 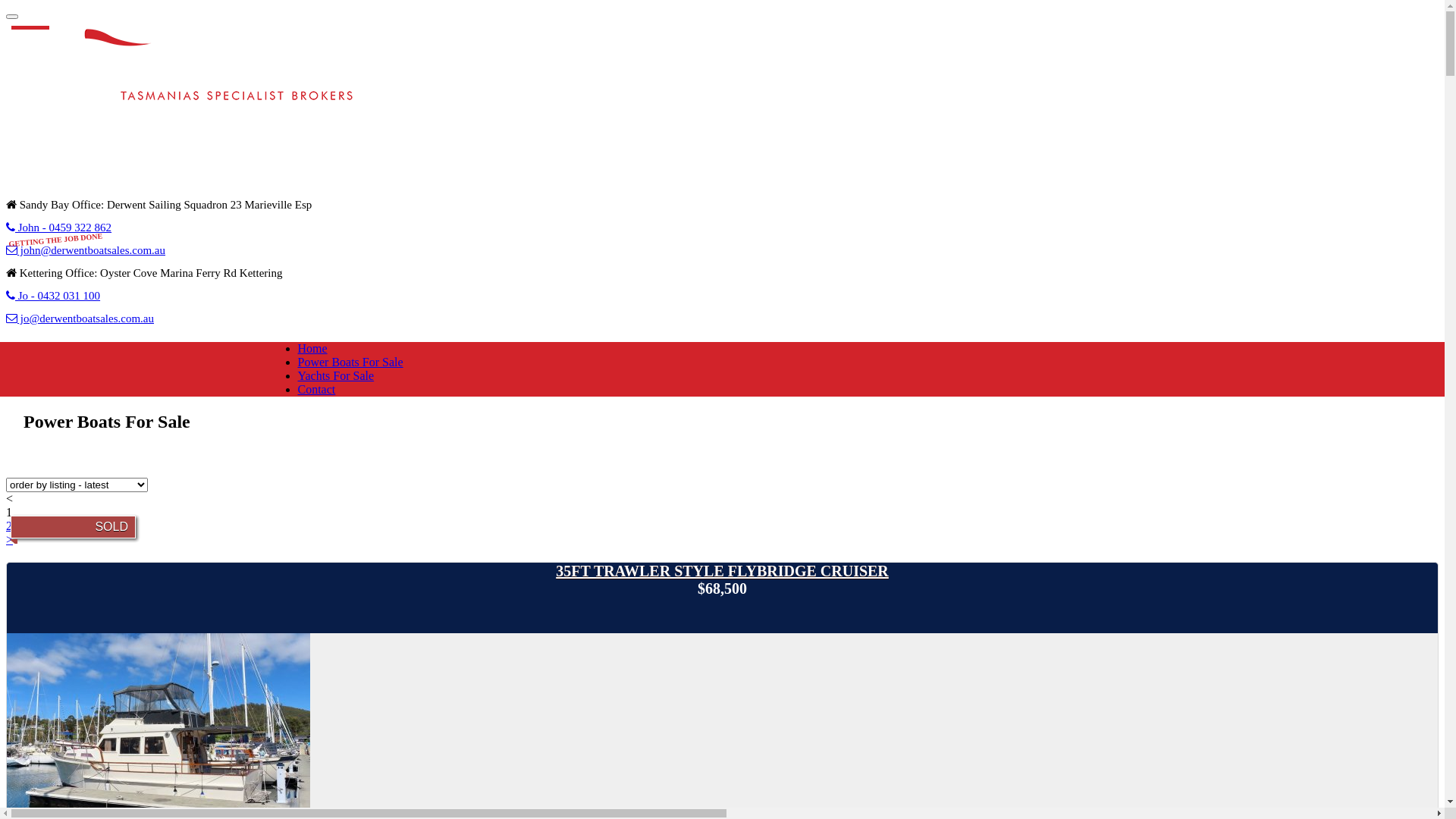 What do you see at coordinates (58, 227) in the screenshot?
I see `'John - 0459 322 862'` at bounding box center [58, 227].